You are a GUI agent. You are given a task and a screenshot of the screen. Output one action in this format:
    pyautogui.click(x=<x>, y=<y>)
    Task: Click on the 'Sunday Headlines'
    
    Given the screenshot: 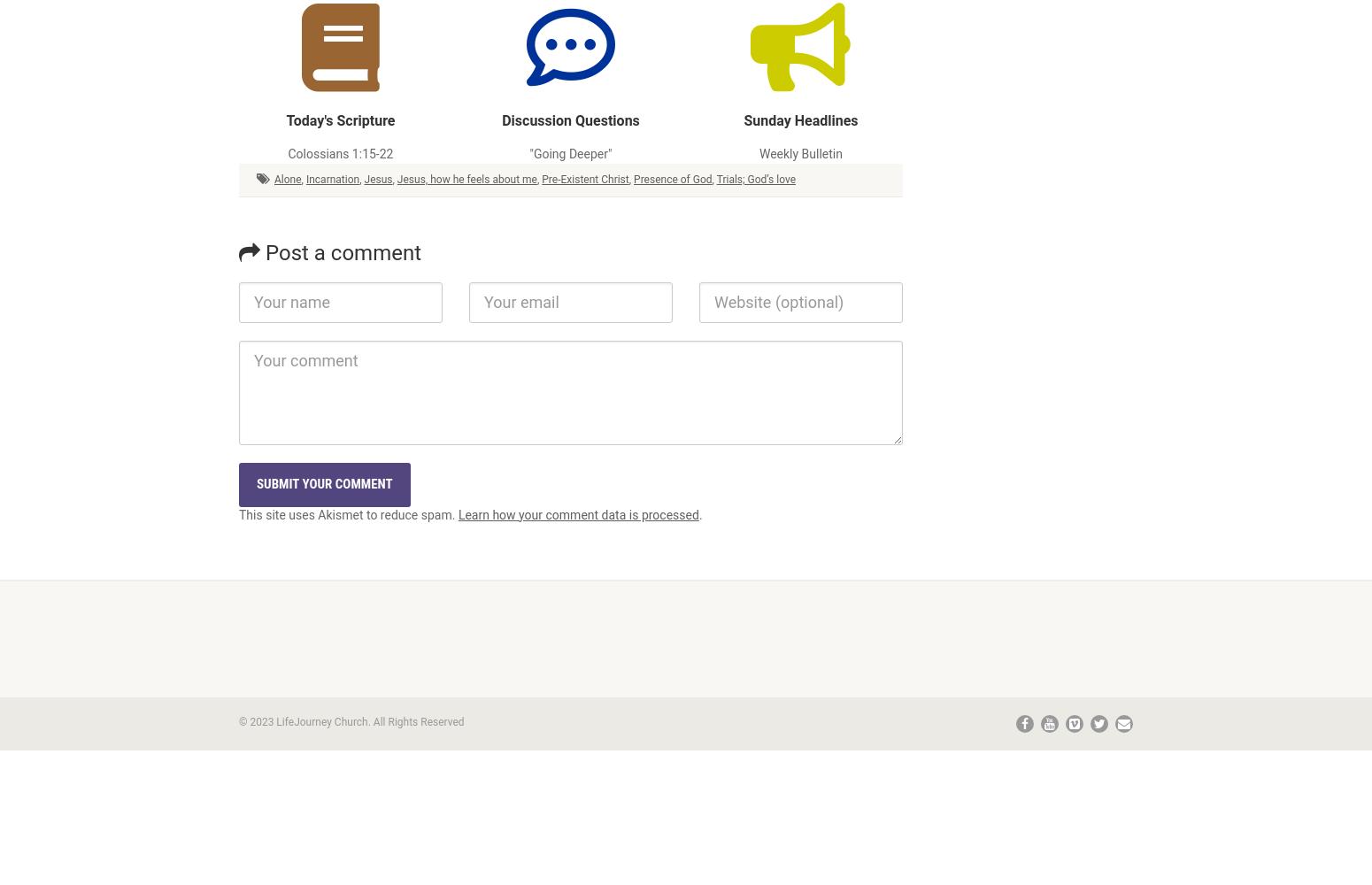 What is the action you would take?
    pyautogui.click(x=800, y=120)
    